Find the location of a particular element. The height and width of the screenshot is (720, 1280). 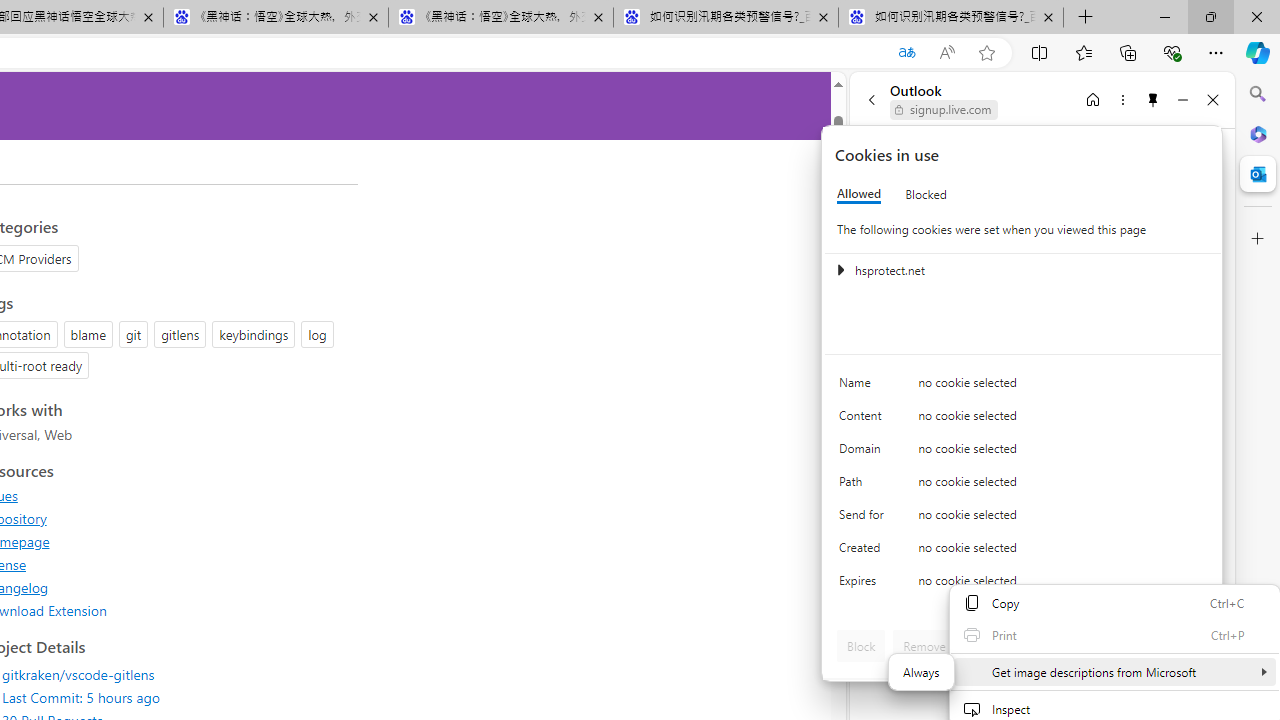

'Path' is located at coordinates (865, 486).